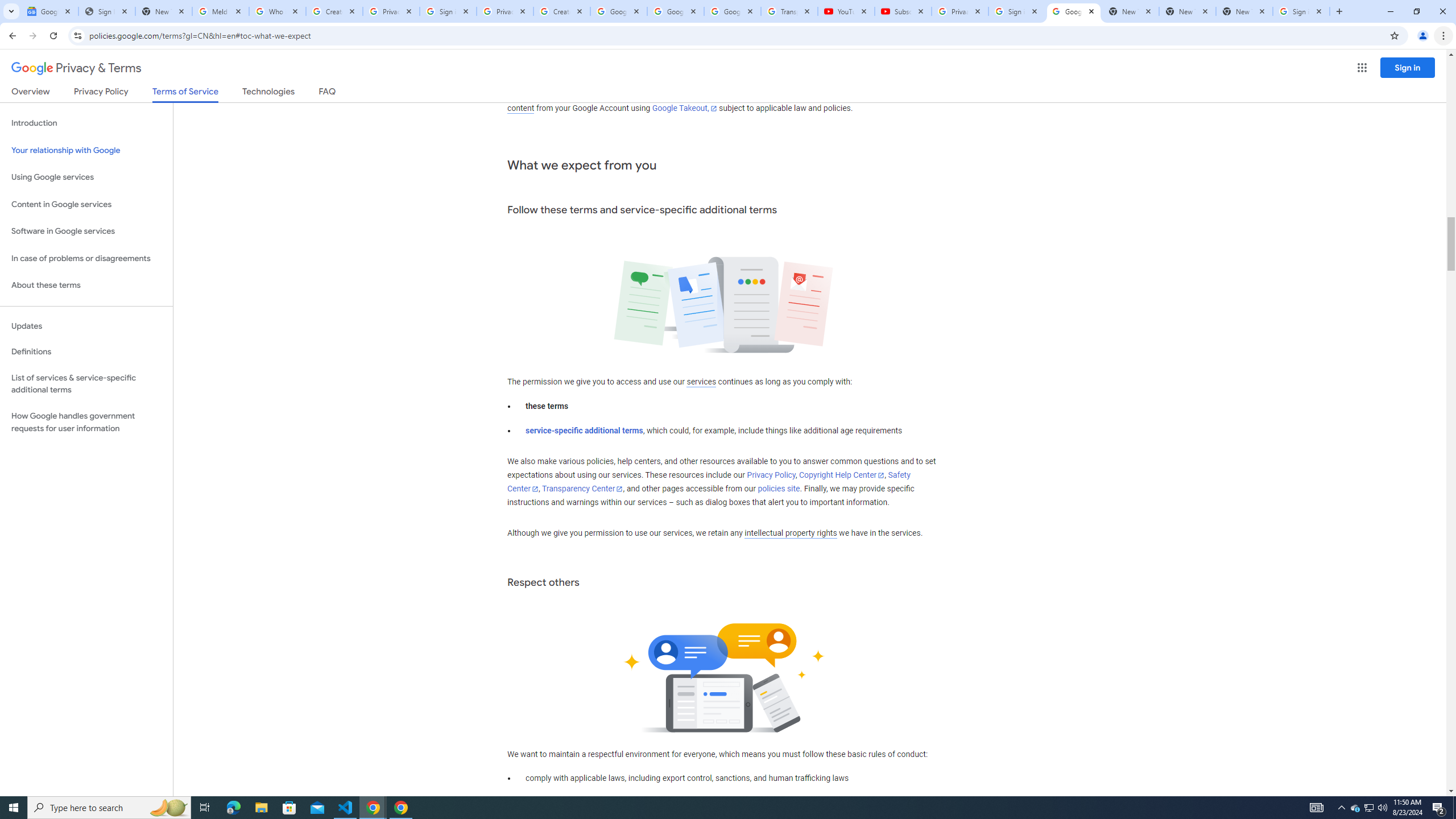 This screenshot has width=1456, height=819. I want to click on 'Subscriptions - YouTube', so click(902, 11).